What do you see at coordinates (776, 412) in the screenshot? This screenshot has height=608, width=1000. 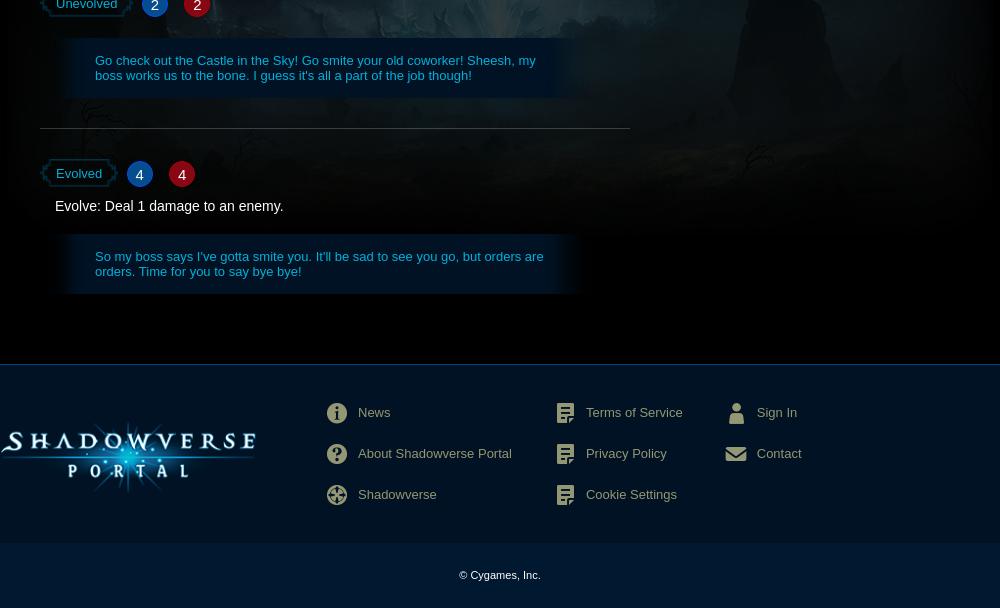 I see `'Sign In'` at bounding box center [776, 412].